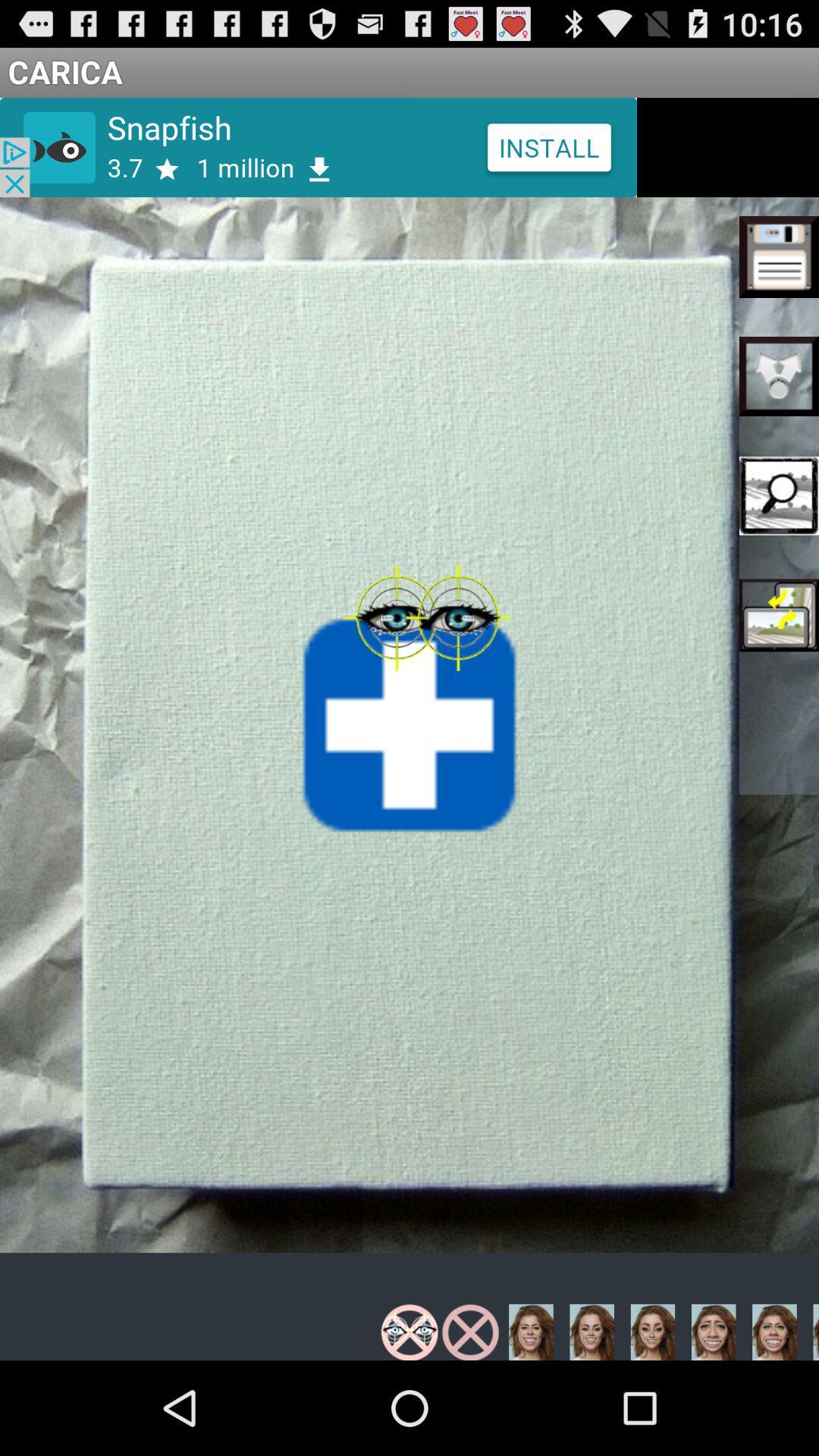  Describe the element at coordinates (714, 1331) in the screenshot. I see `the image which is in the third place form the bottom right corner choosing from right side of the screen` at that location.